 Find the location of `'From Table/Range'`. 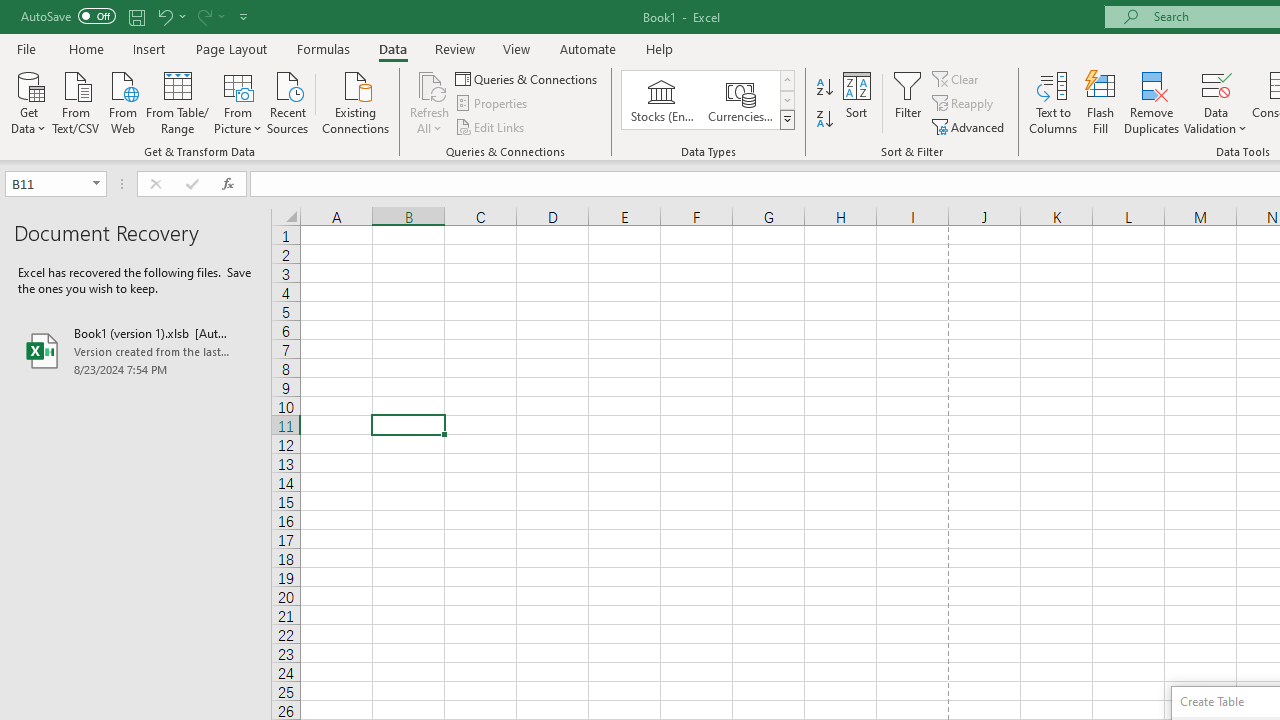

'From Table/Range' is located at coordinates (177, 101).